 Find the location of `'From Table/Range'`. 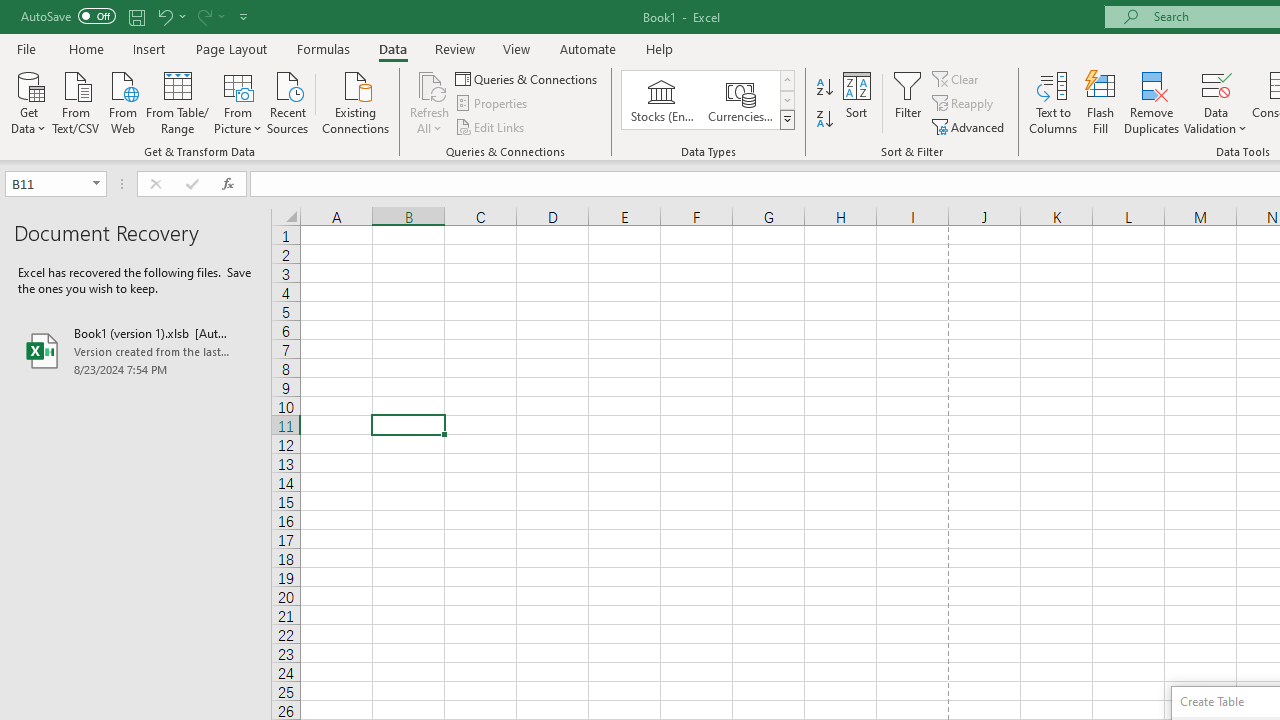

'From Table/Range' is located at coordinates (177, 101).